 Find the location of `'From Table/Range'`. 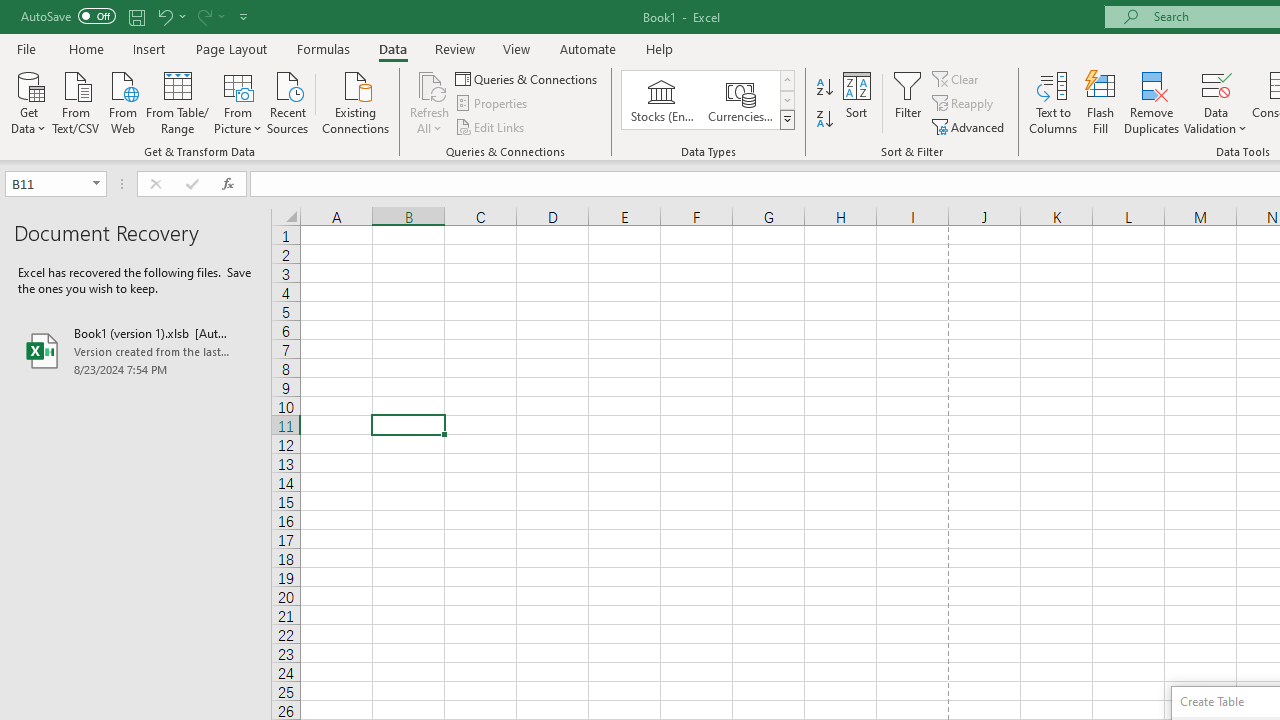

'From Table/Range' is located at coordinates (177, 101).